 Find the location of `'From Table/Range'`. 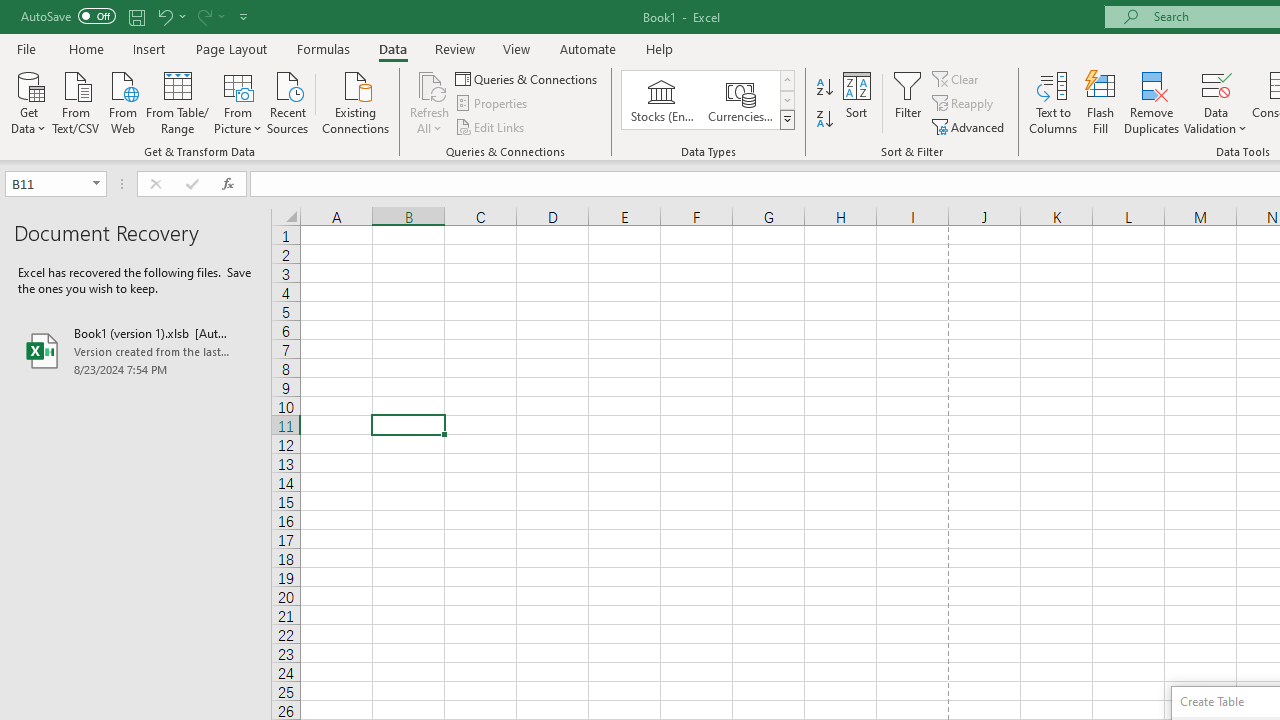

'From Table/Range' is located at coordinates (177, 101).